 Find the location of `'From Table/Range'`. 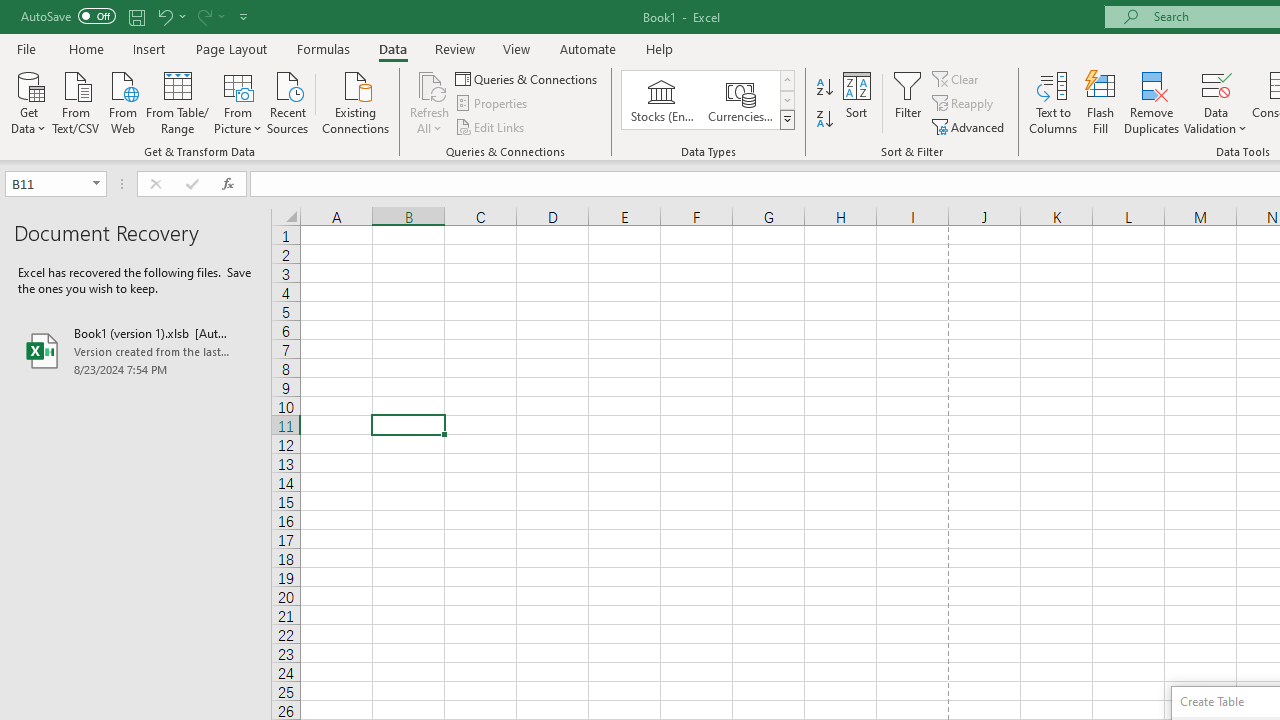

'From Table/Range' is located at coordinates (177, 101).